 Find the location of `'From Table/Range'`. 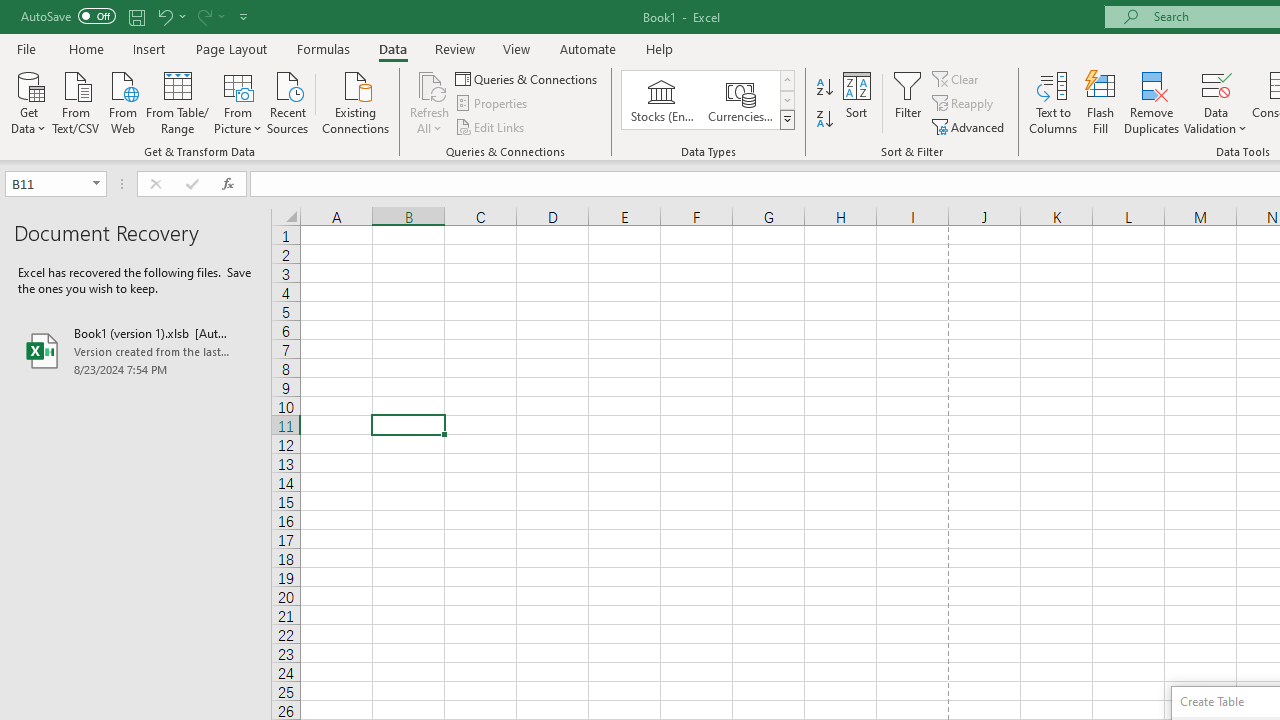

'From Table/Range' is located at coordinates (177, 101).